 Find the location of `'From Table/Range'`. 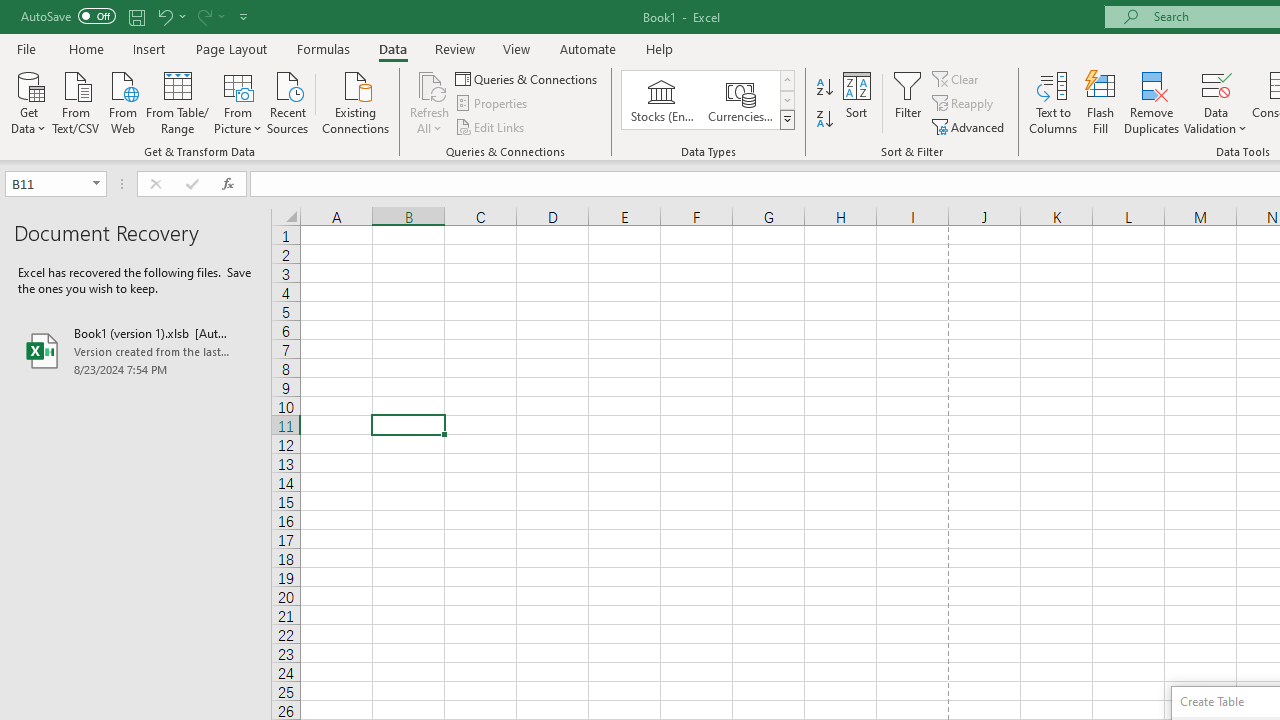

'From Table/Range' is located at coordinates (177, 101).